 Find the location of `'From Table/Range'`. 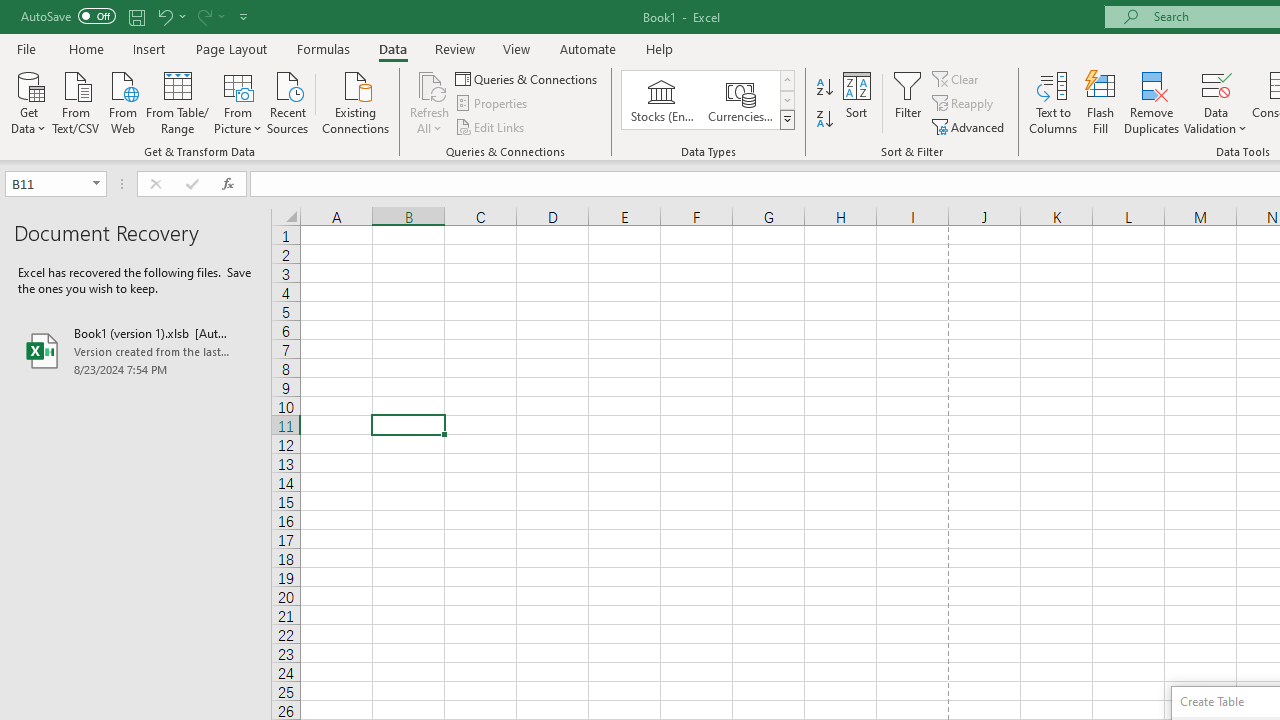

'From Table/Range' is located at coordinates (177, 101).